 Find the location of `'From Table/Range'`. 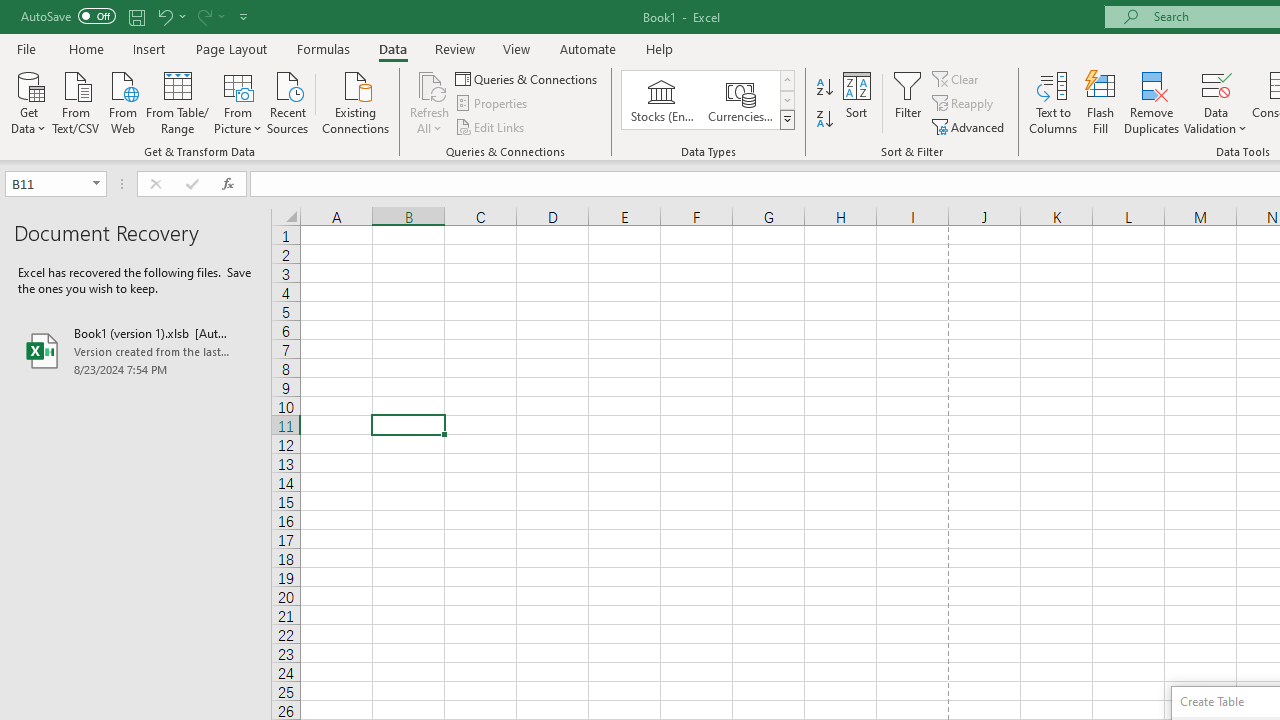

'From Table/Range' is located at coordinates (177, 101).